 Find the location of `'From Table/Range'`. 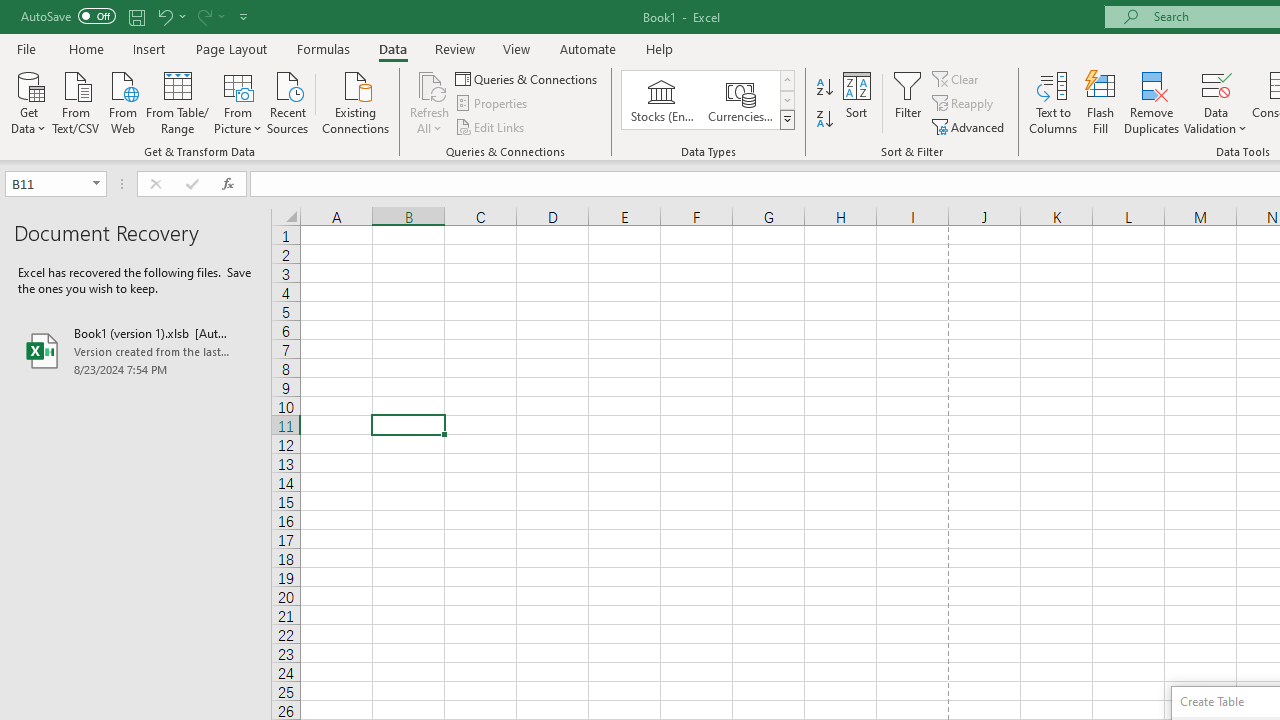

'From Table/Range' is located at coordinates (177, 101).